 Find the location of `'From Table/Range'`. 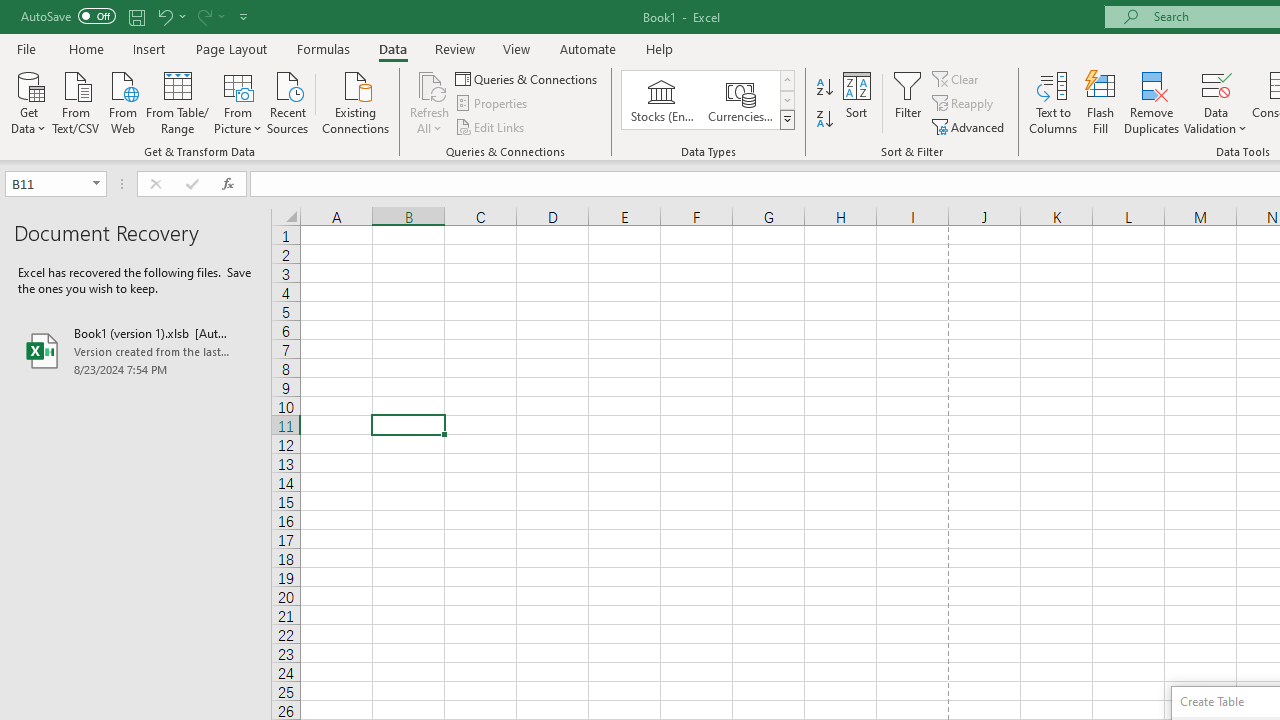

'From Table/Range' is located at coordinates (177, 101).